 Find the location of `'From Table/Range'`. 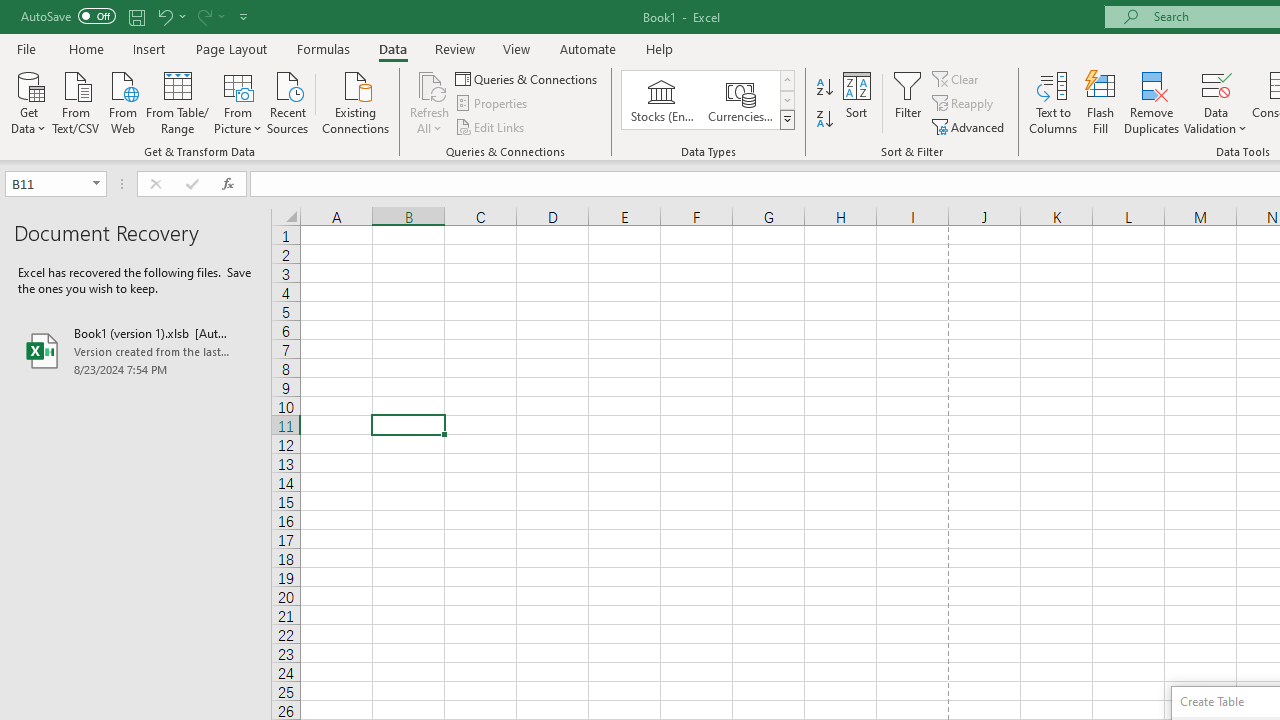

'From Table/Range' is located at coordinates (177, 101).